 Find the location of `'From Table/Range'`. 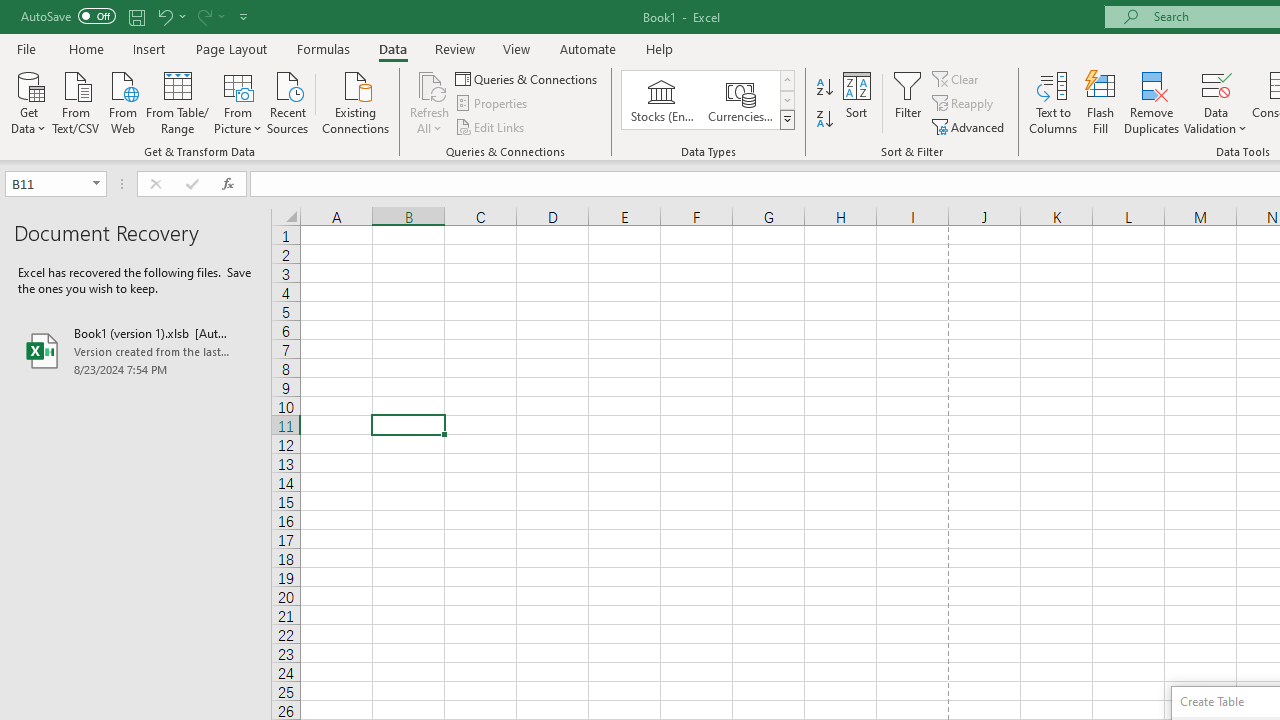

'From Table/Range' is located at coordinates (177, 101).